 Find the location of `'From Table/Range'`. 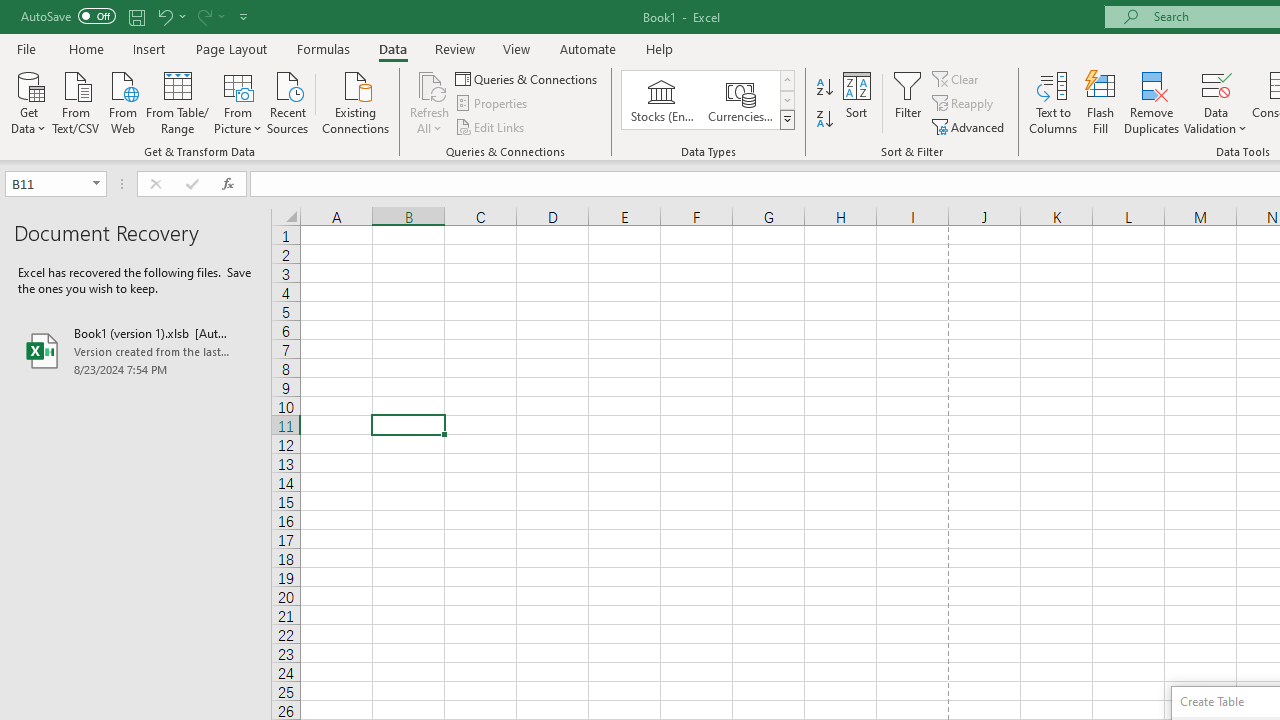

'From Table/Range' is located at coordinates (177, 101).